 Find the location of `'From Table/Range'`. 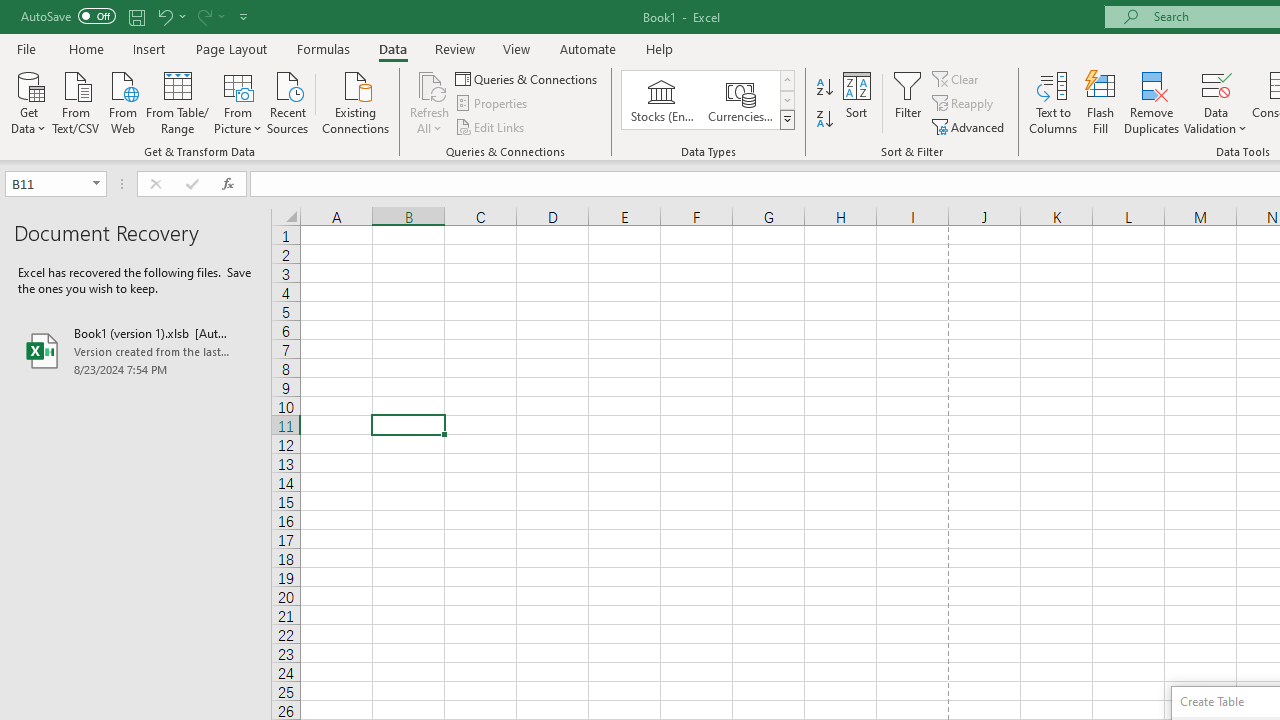

'From Table/Range' is located at coordinates (177, 101).